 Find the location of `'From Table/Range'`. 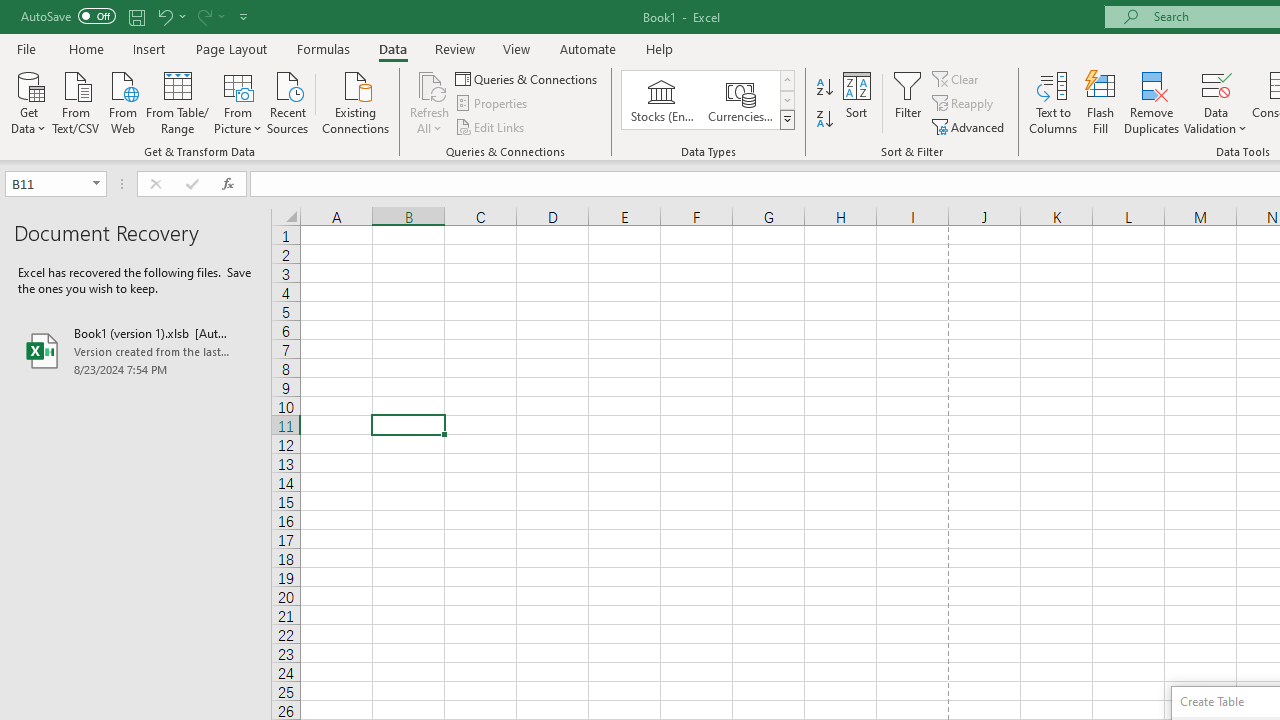

'From Table/Range' is located at coordinates (177, 101).